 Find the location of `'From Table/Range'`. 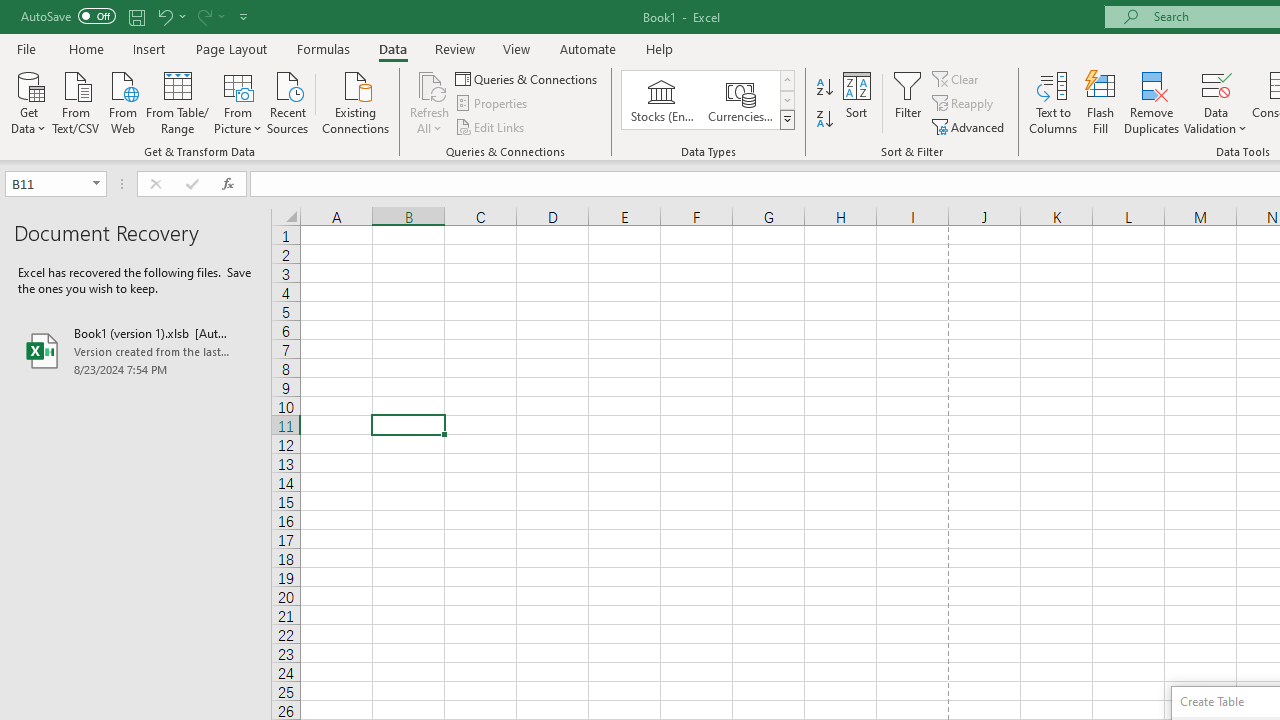

'From Table/Range' is located at coordinates (177, 101).